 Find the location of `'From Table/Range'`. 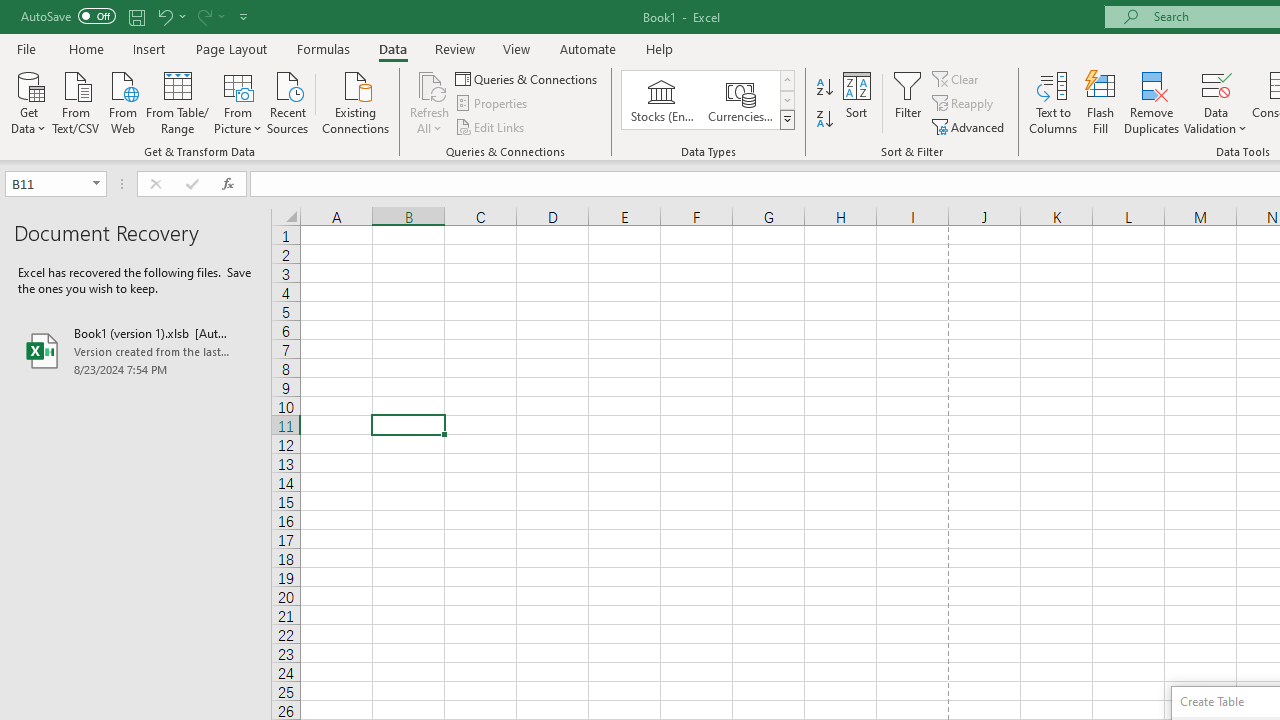

'From Table/Range' is located at coordinates (177, 101).